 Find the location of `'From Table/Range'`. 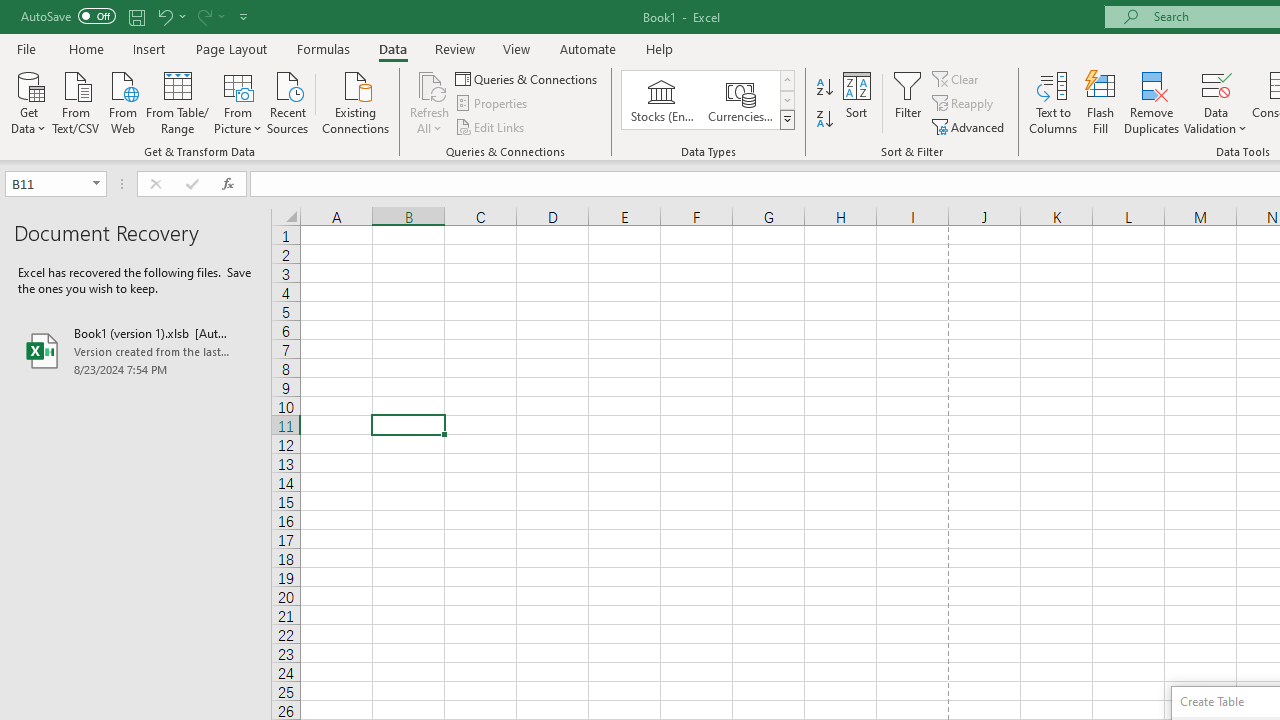

'From Table/Range' is located at coordinates (177, 101).